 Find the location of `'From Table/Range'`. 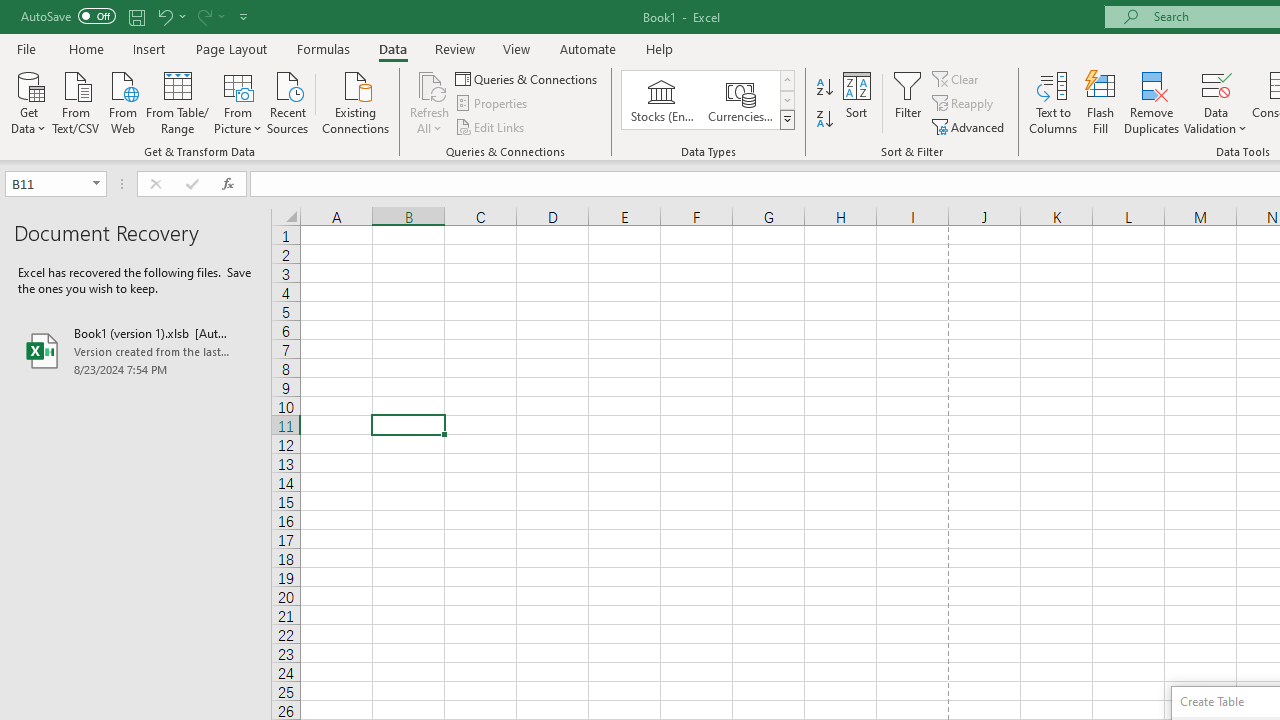

'From Table/Range' is located at coordinates (177, 101).